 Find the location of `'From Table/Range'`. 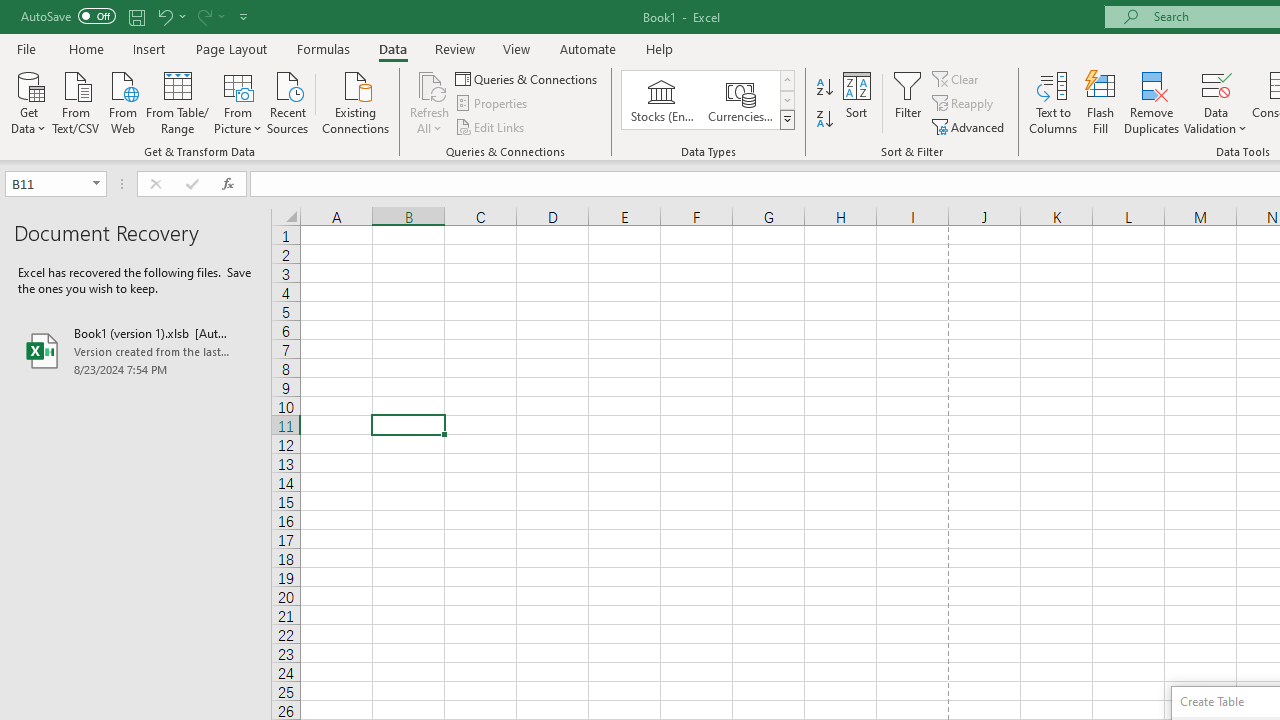

'From Table/Range' is located at coordinates (177, 101).